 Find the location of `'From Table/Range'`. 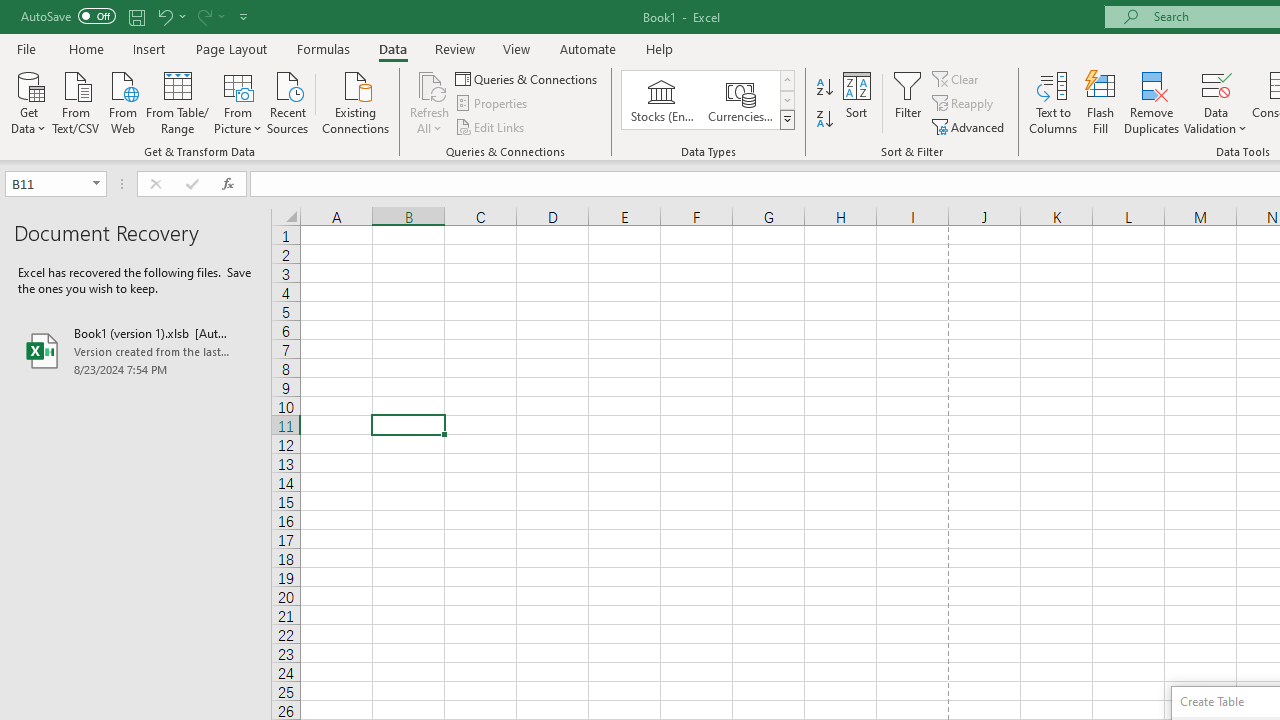

'From Table/Range' is located at coordinates (177, 101).